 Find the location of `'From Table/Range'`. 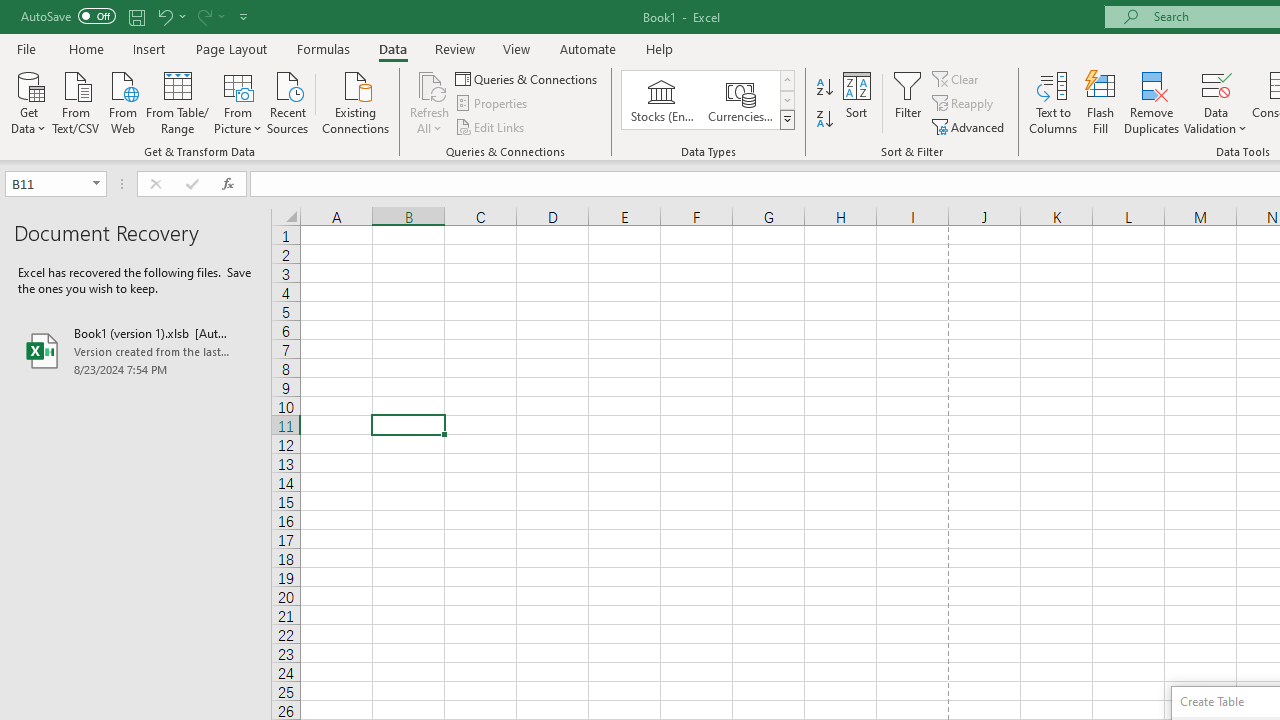

'From Table/Range' is located at coordinates (177, 101).